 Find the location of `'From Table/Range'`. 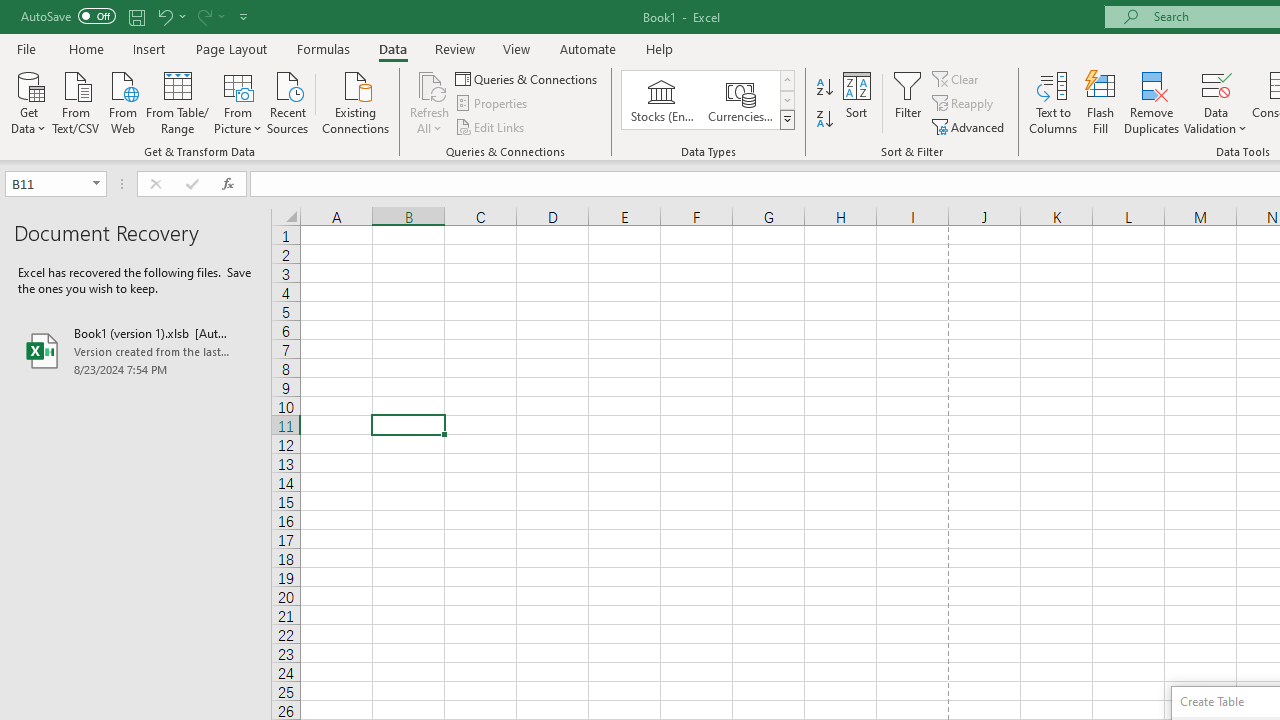

'From Table/Range' is located at coordinates (177, 101).